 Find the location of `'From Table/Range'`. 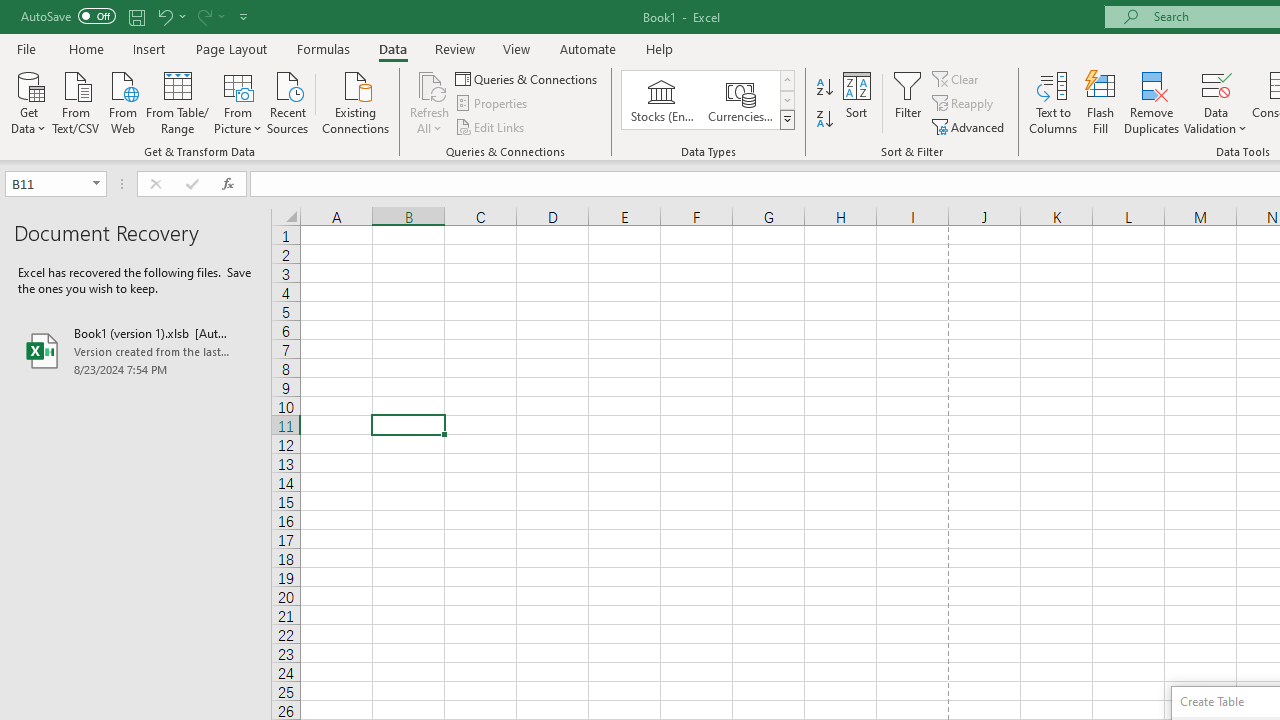

'From Table/Range' is located at coordinates (177, 101).